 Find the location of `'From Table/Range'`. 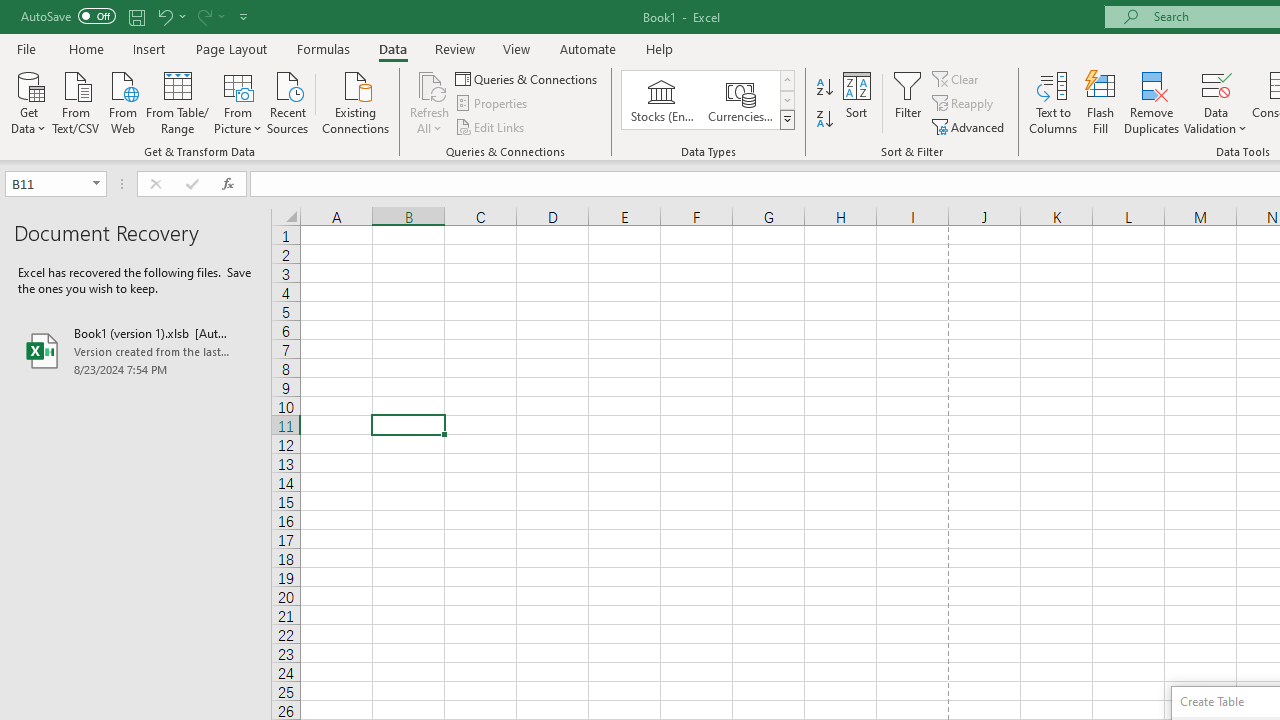

'From Table/Range' is located at coordinates (177, 101).